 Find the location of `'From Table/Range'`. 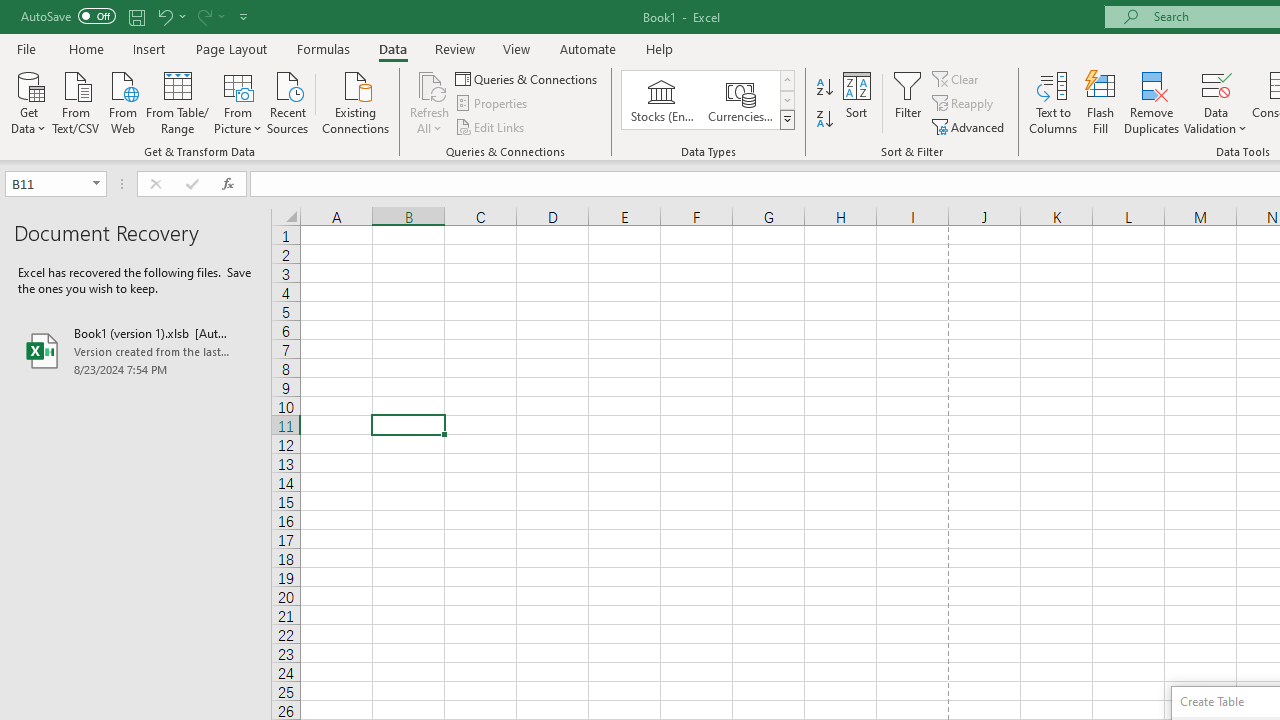

'From Table/Range' is located at coordinates (177, 101).